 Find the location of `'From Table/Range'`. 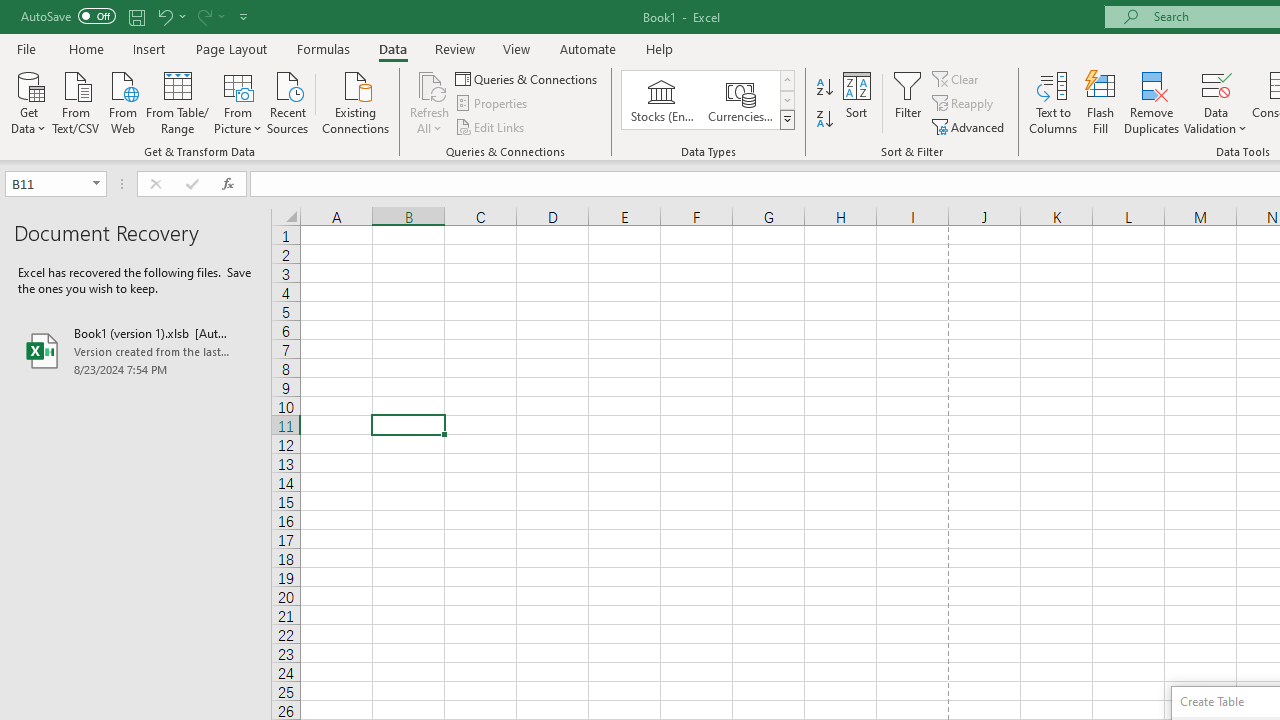

'From Table/Range' is located at coordinates (177, 101).